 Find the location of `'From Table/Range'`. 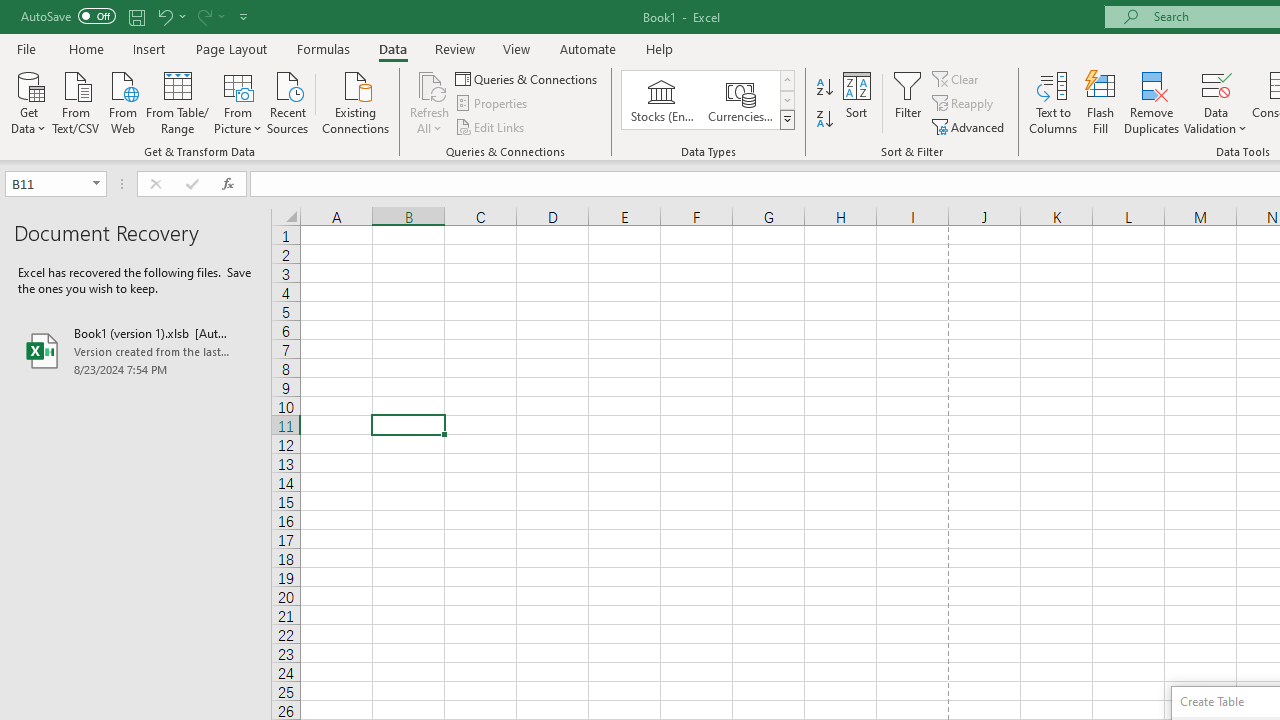

'From Table/Range' is located at coordinates (177, 101).